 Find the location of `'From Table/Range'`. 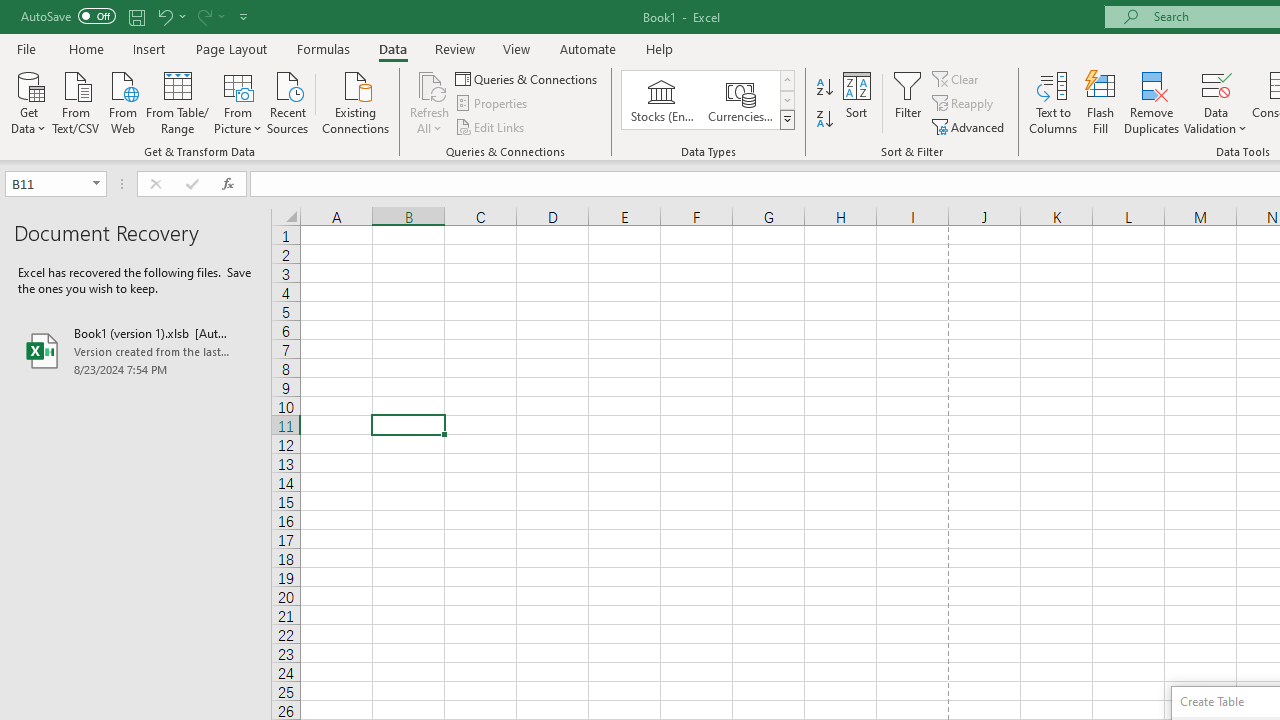

'From Table/Range' is located at coordinates (177, 101).